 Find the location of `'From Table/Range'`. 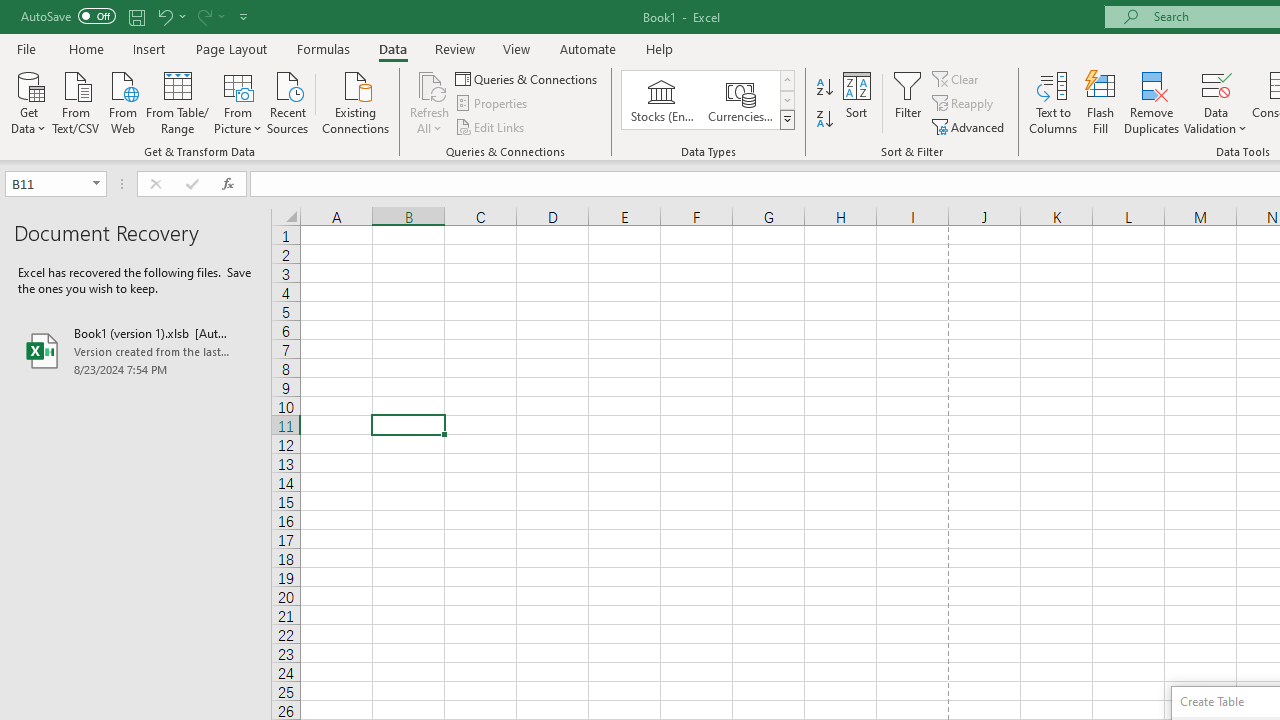

'From Table/Range' is located at coordinates (177, 101).